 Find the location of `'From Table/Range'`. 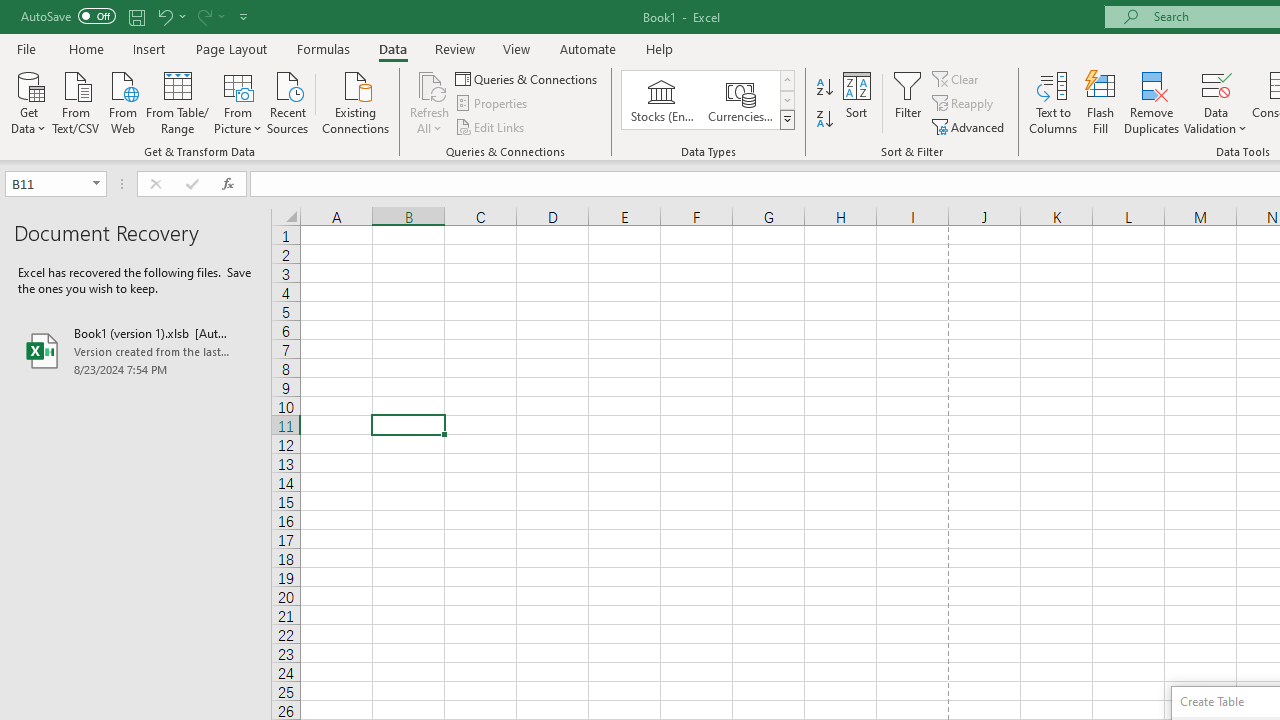

'From Table/Range' is located at coordinates (177, 101).